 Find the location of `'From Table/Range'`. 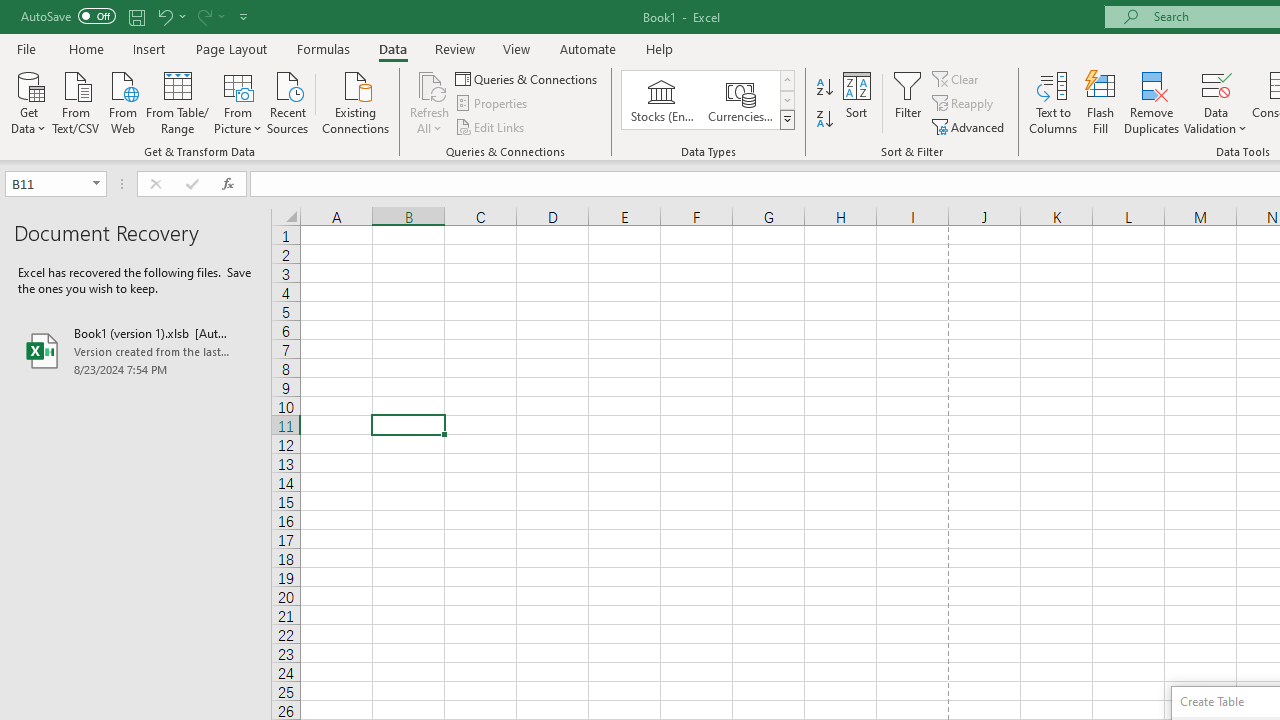

'From Table/Range' is located at coordinates (177, 101).